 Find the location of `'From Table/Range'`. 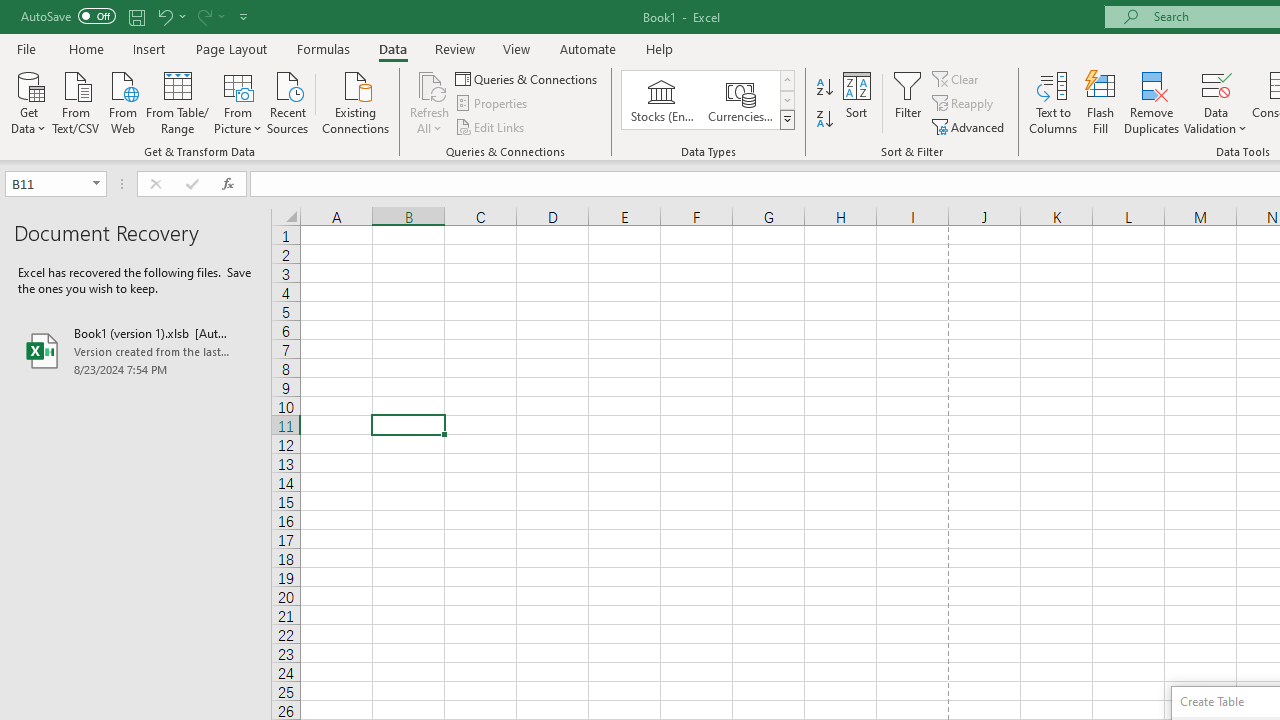

'From Table/Range' is located at coordinates (177, 101).